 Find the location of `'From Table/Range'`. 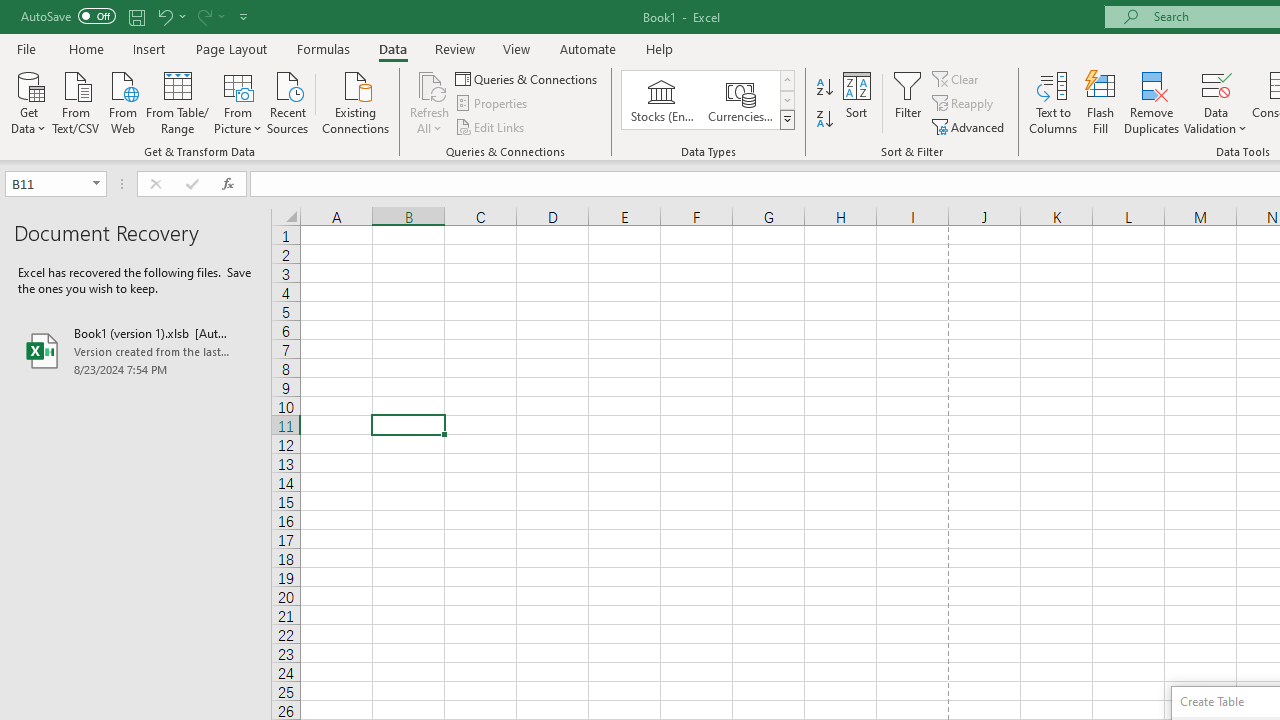

'From Table/Range' is located at coordinates (177, 101).